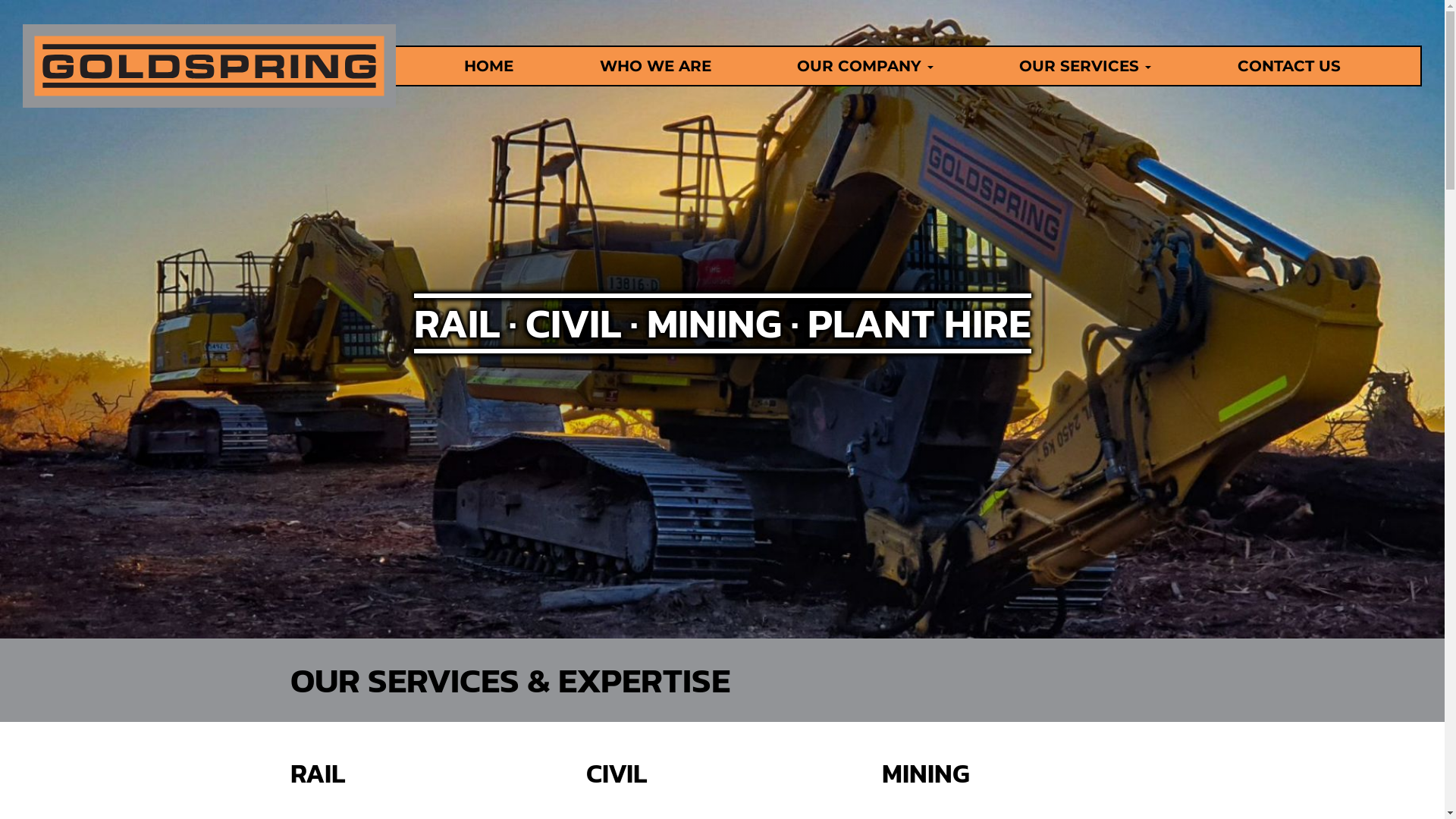  What do you see at coordinates (767, 65) in the screenshot?
I see `'OUR COMPANY'` at bounding box center [767, 65].